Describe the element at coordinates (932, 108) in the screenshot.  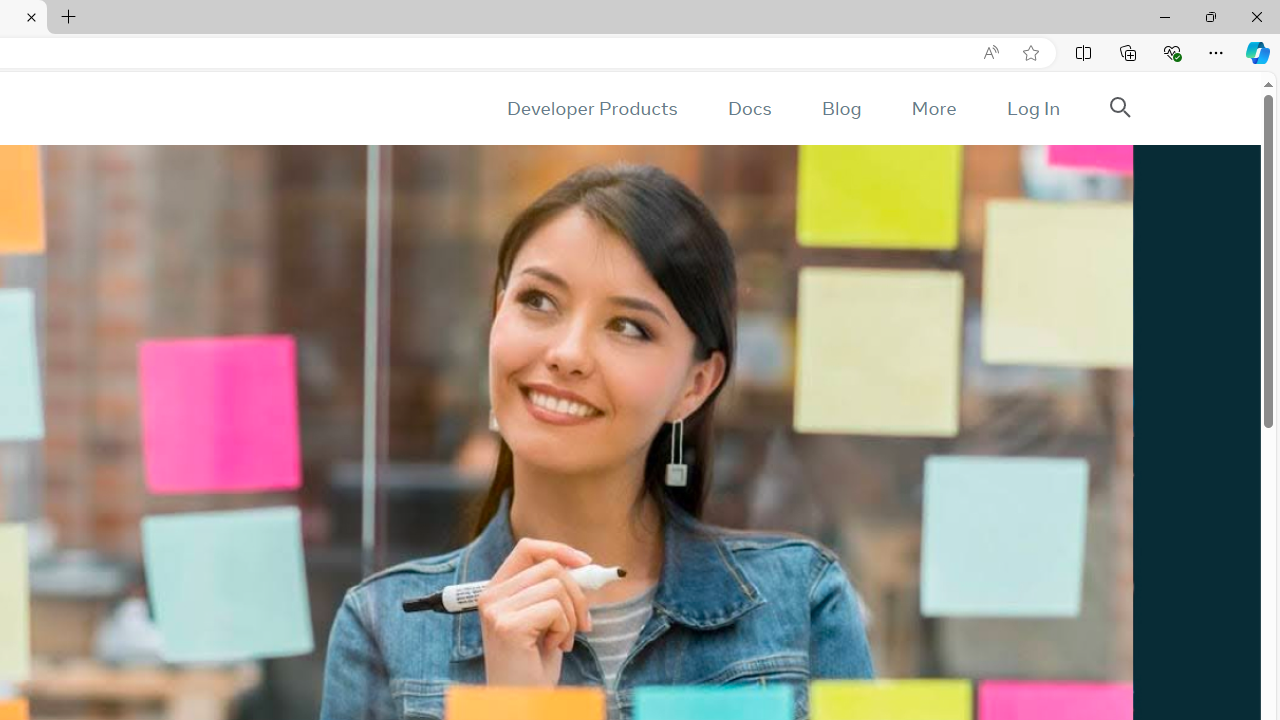
I see `'More'` at that location.